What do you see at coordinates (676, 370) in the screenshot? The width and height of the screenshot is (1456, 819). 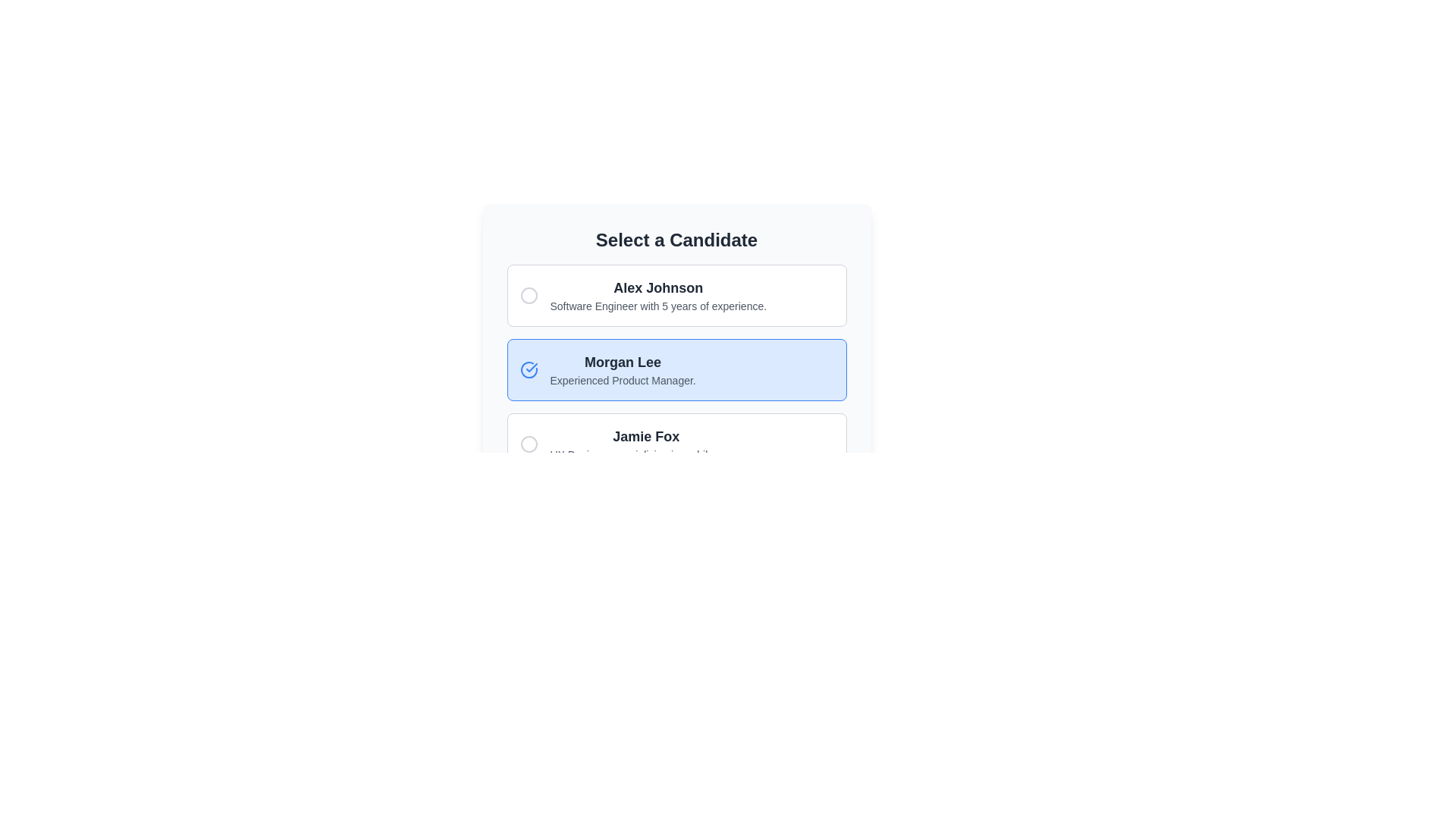 I see `the selectable option for 'Morgan Lee' in the list of candidates` at bounding box center [676, 370].